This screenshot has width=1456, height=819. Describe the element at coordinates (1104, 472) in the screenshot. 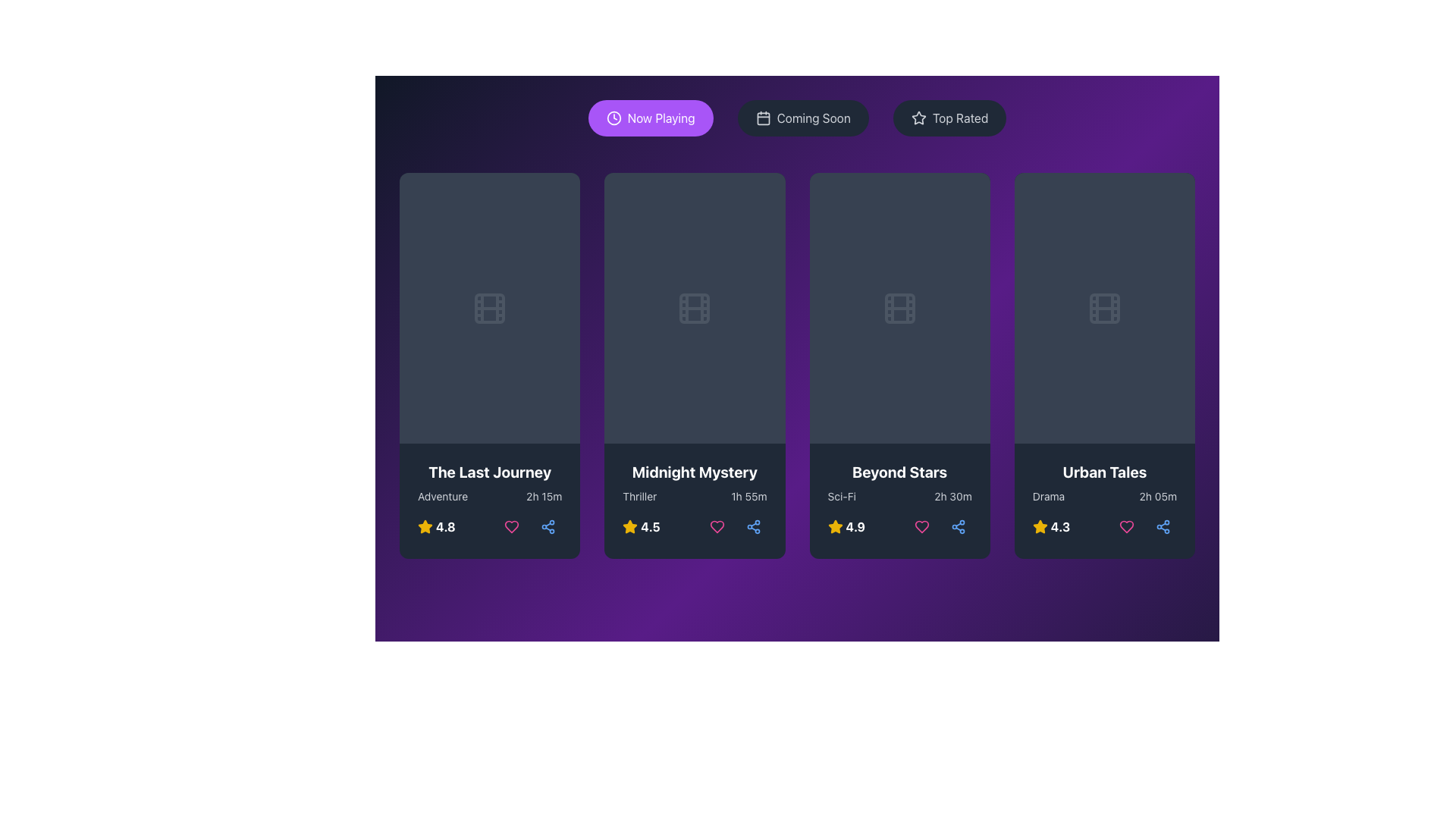

I see `text label 'Urban Tales' which is prominently displayed in bold white letters at the top of the fourth card in a grid layout` at that location.